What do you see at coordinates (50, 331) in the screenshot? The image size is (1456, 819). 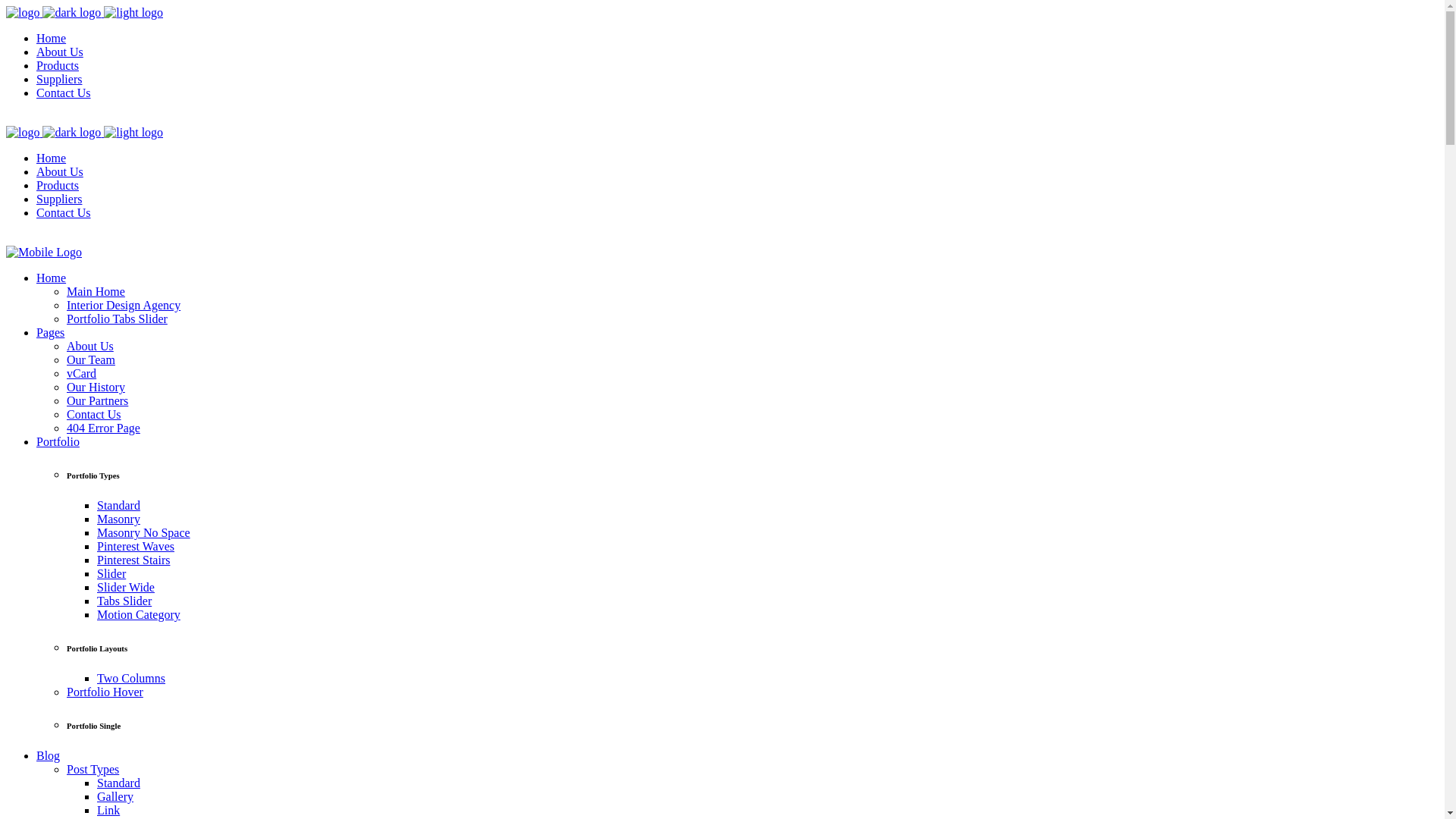 I see `'Pages'` at bounding box center [50, 331].